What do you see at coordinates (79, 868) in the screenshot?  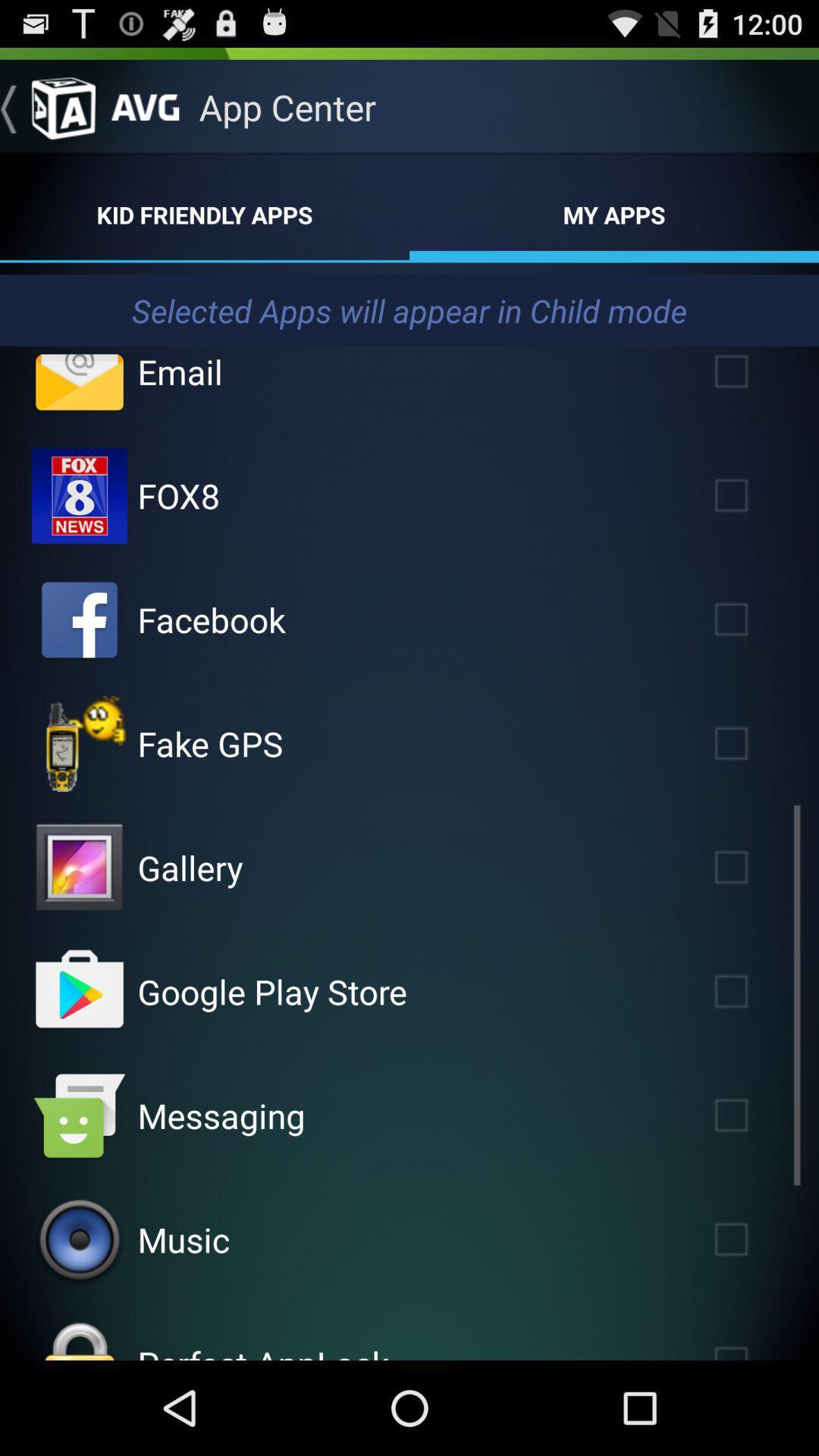 I see `choose app` at bounding box center [79, 868].